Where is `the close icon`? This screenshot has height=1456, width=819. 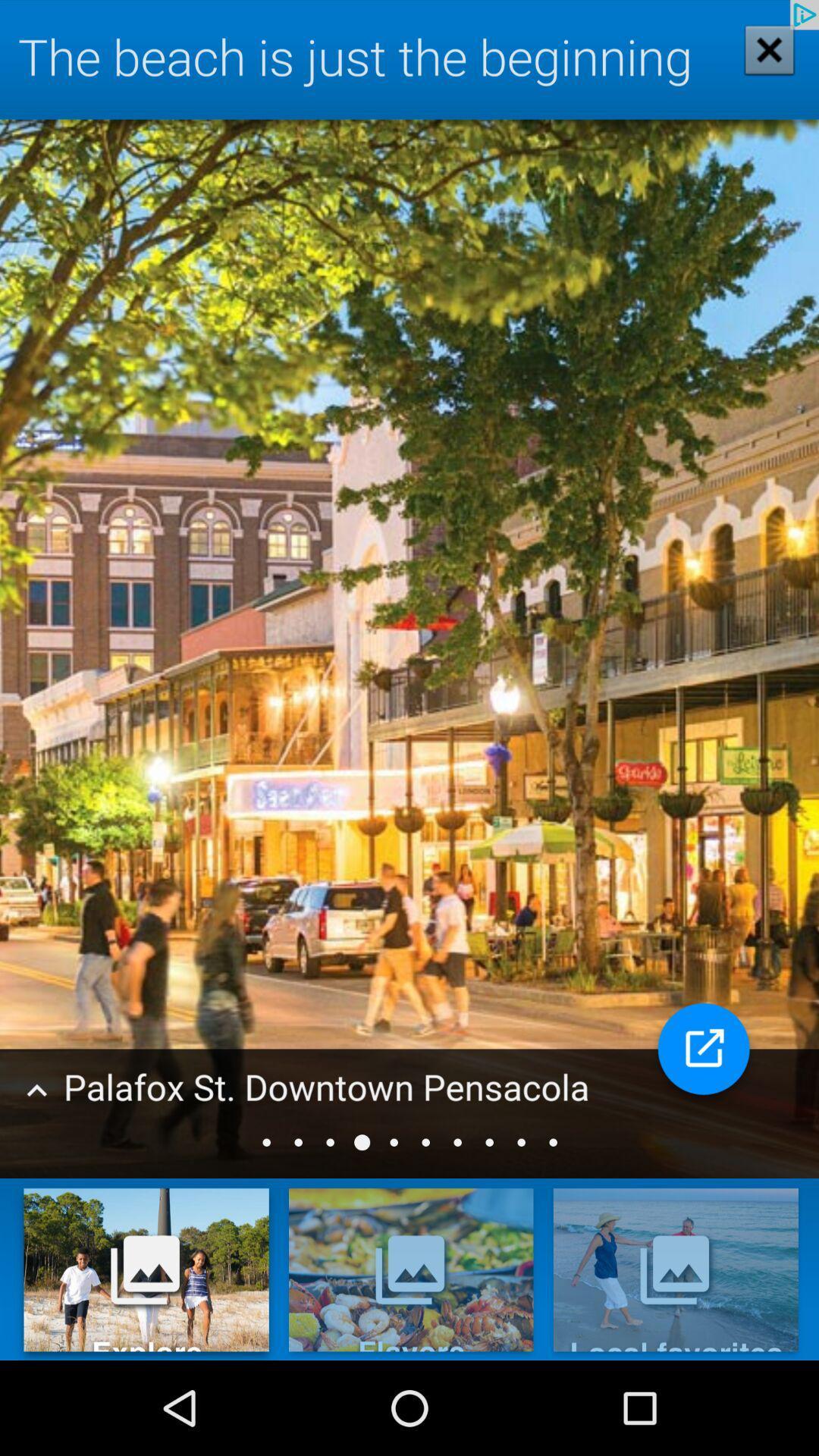
the close icon is located at coordinates (769, 53).